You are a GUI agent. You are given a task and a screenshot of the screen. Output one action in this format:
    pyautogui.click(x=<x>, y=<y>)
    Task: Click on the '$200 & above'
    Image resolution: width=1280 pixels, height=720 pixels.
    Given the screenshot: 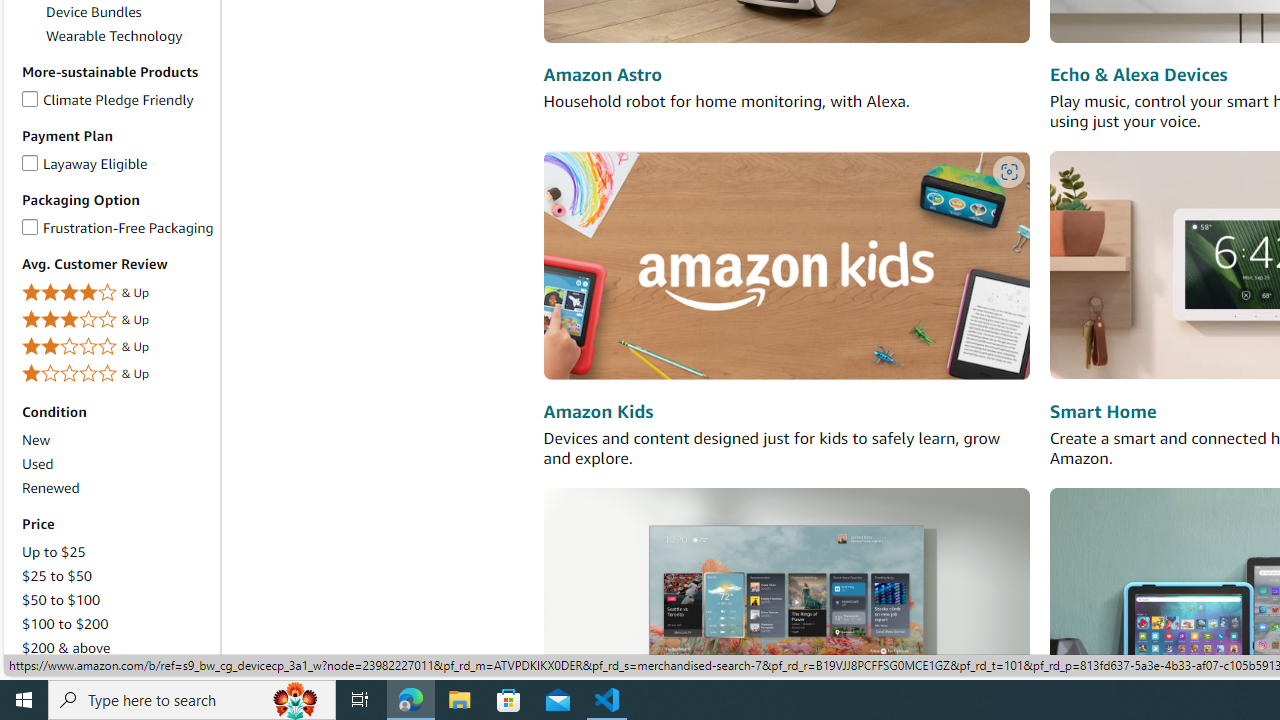 What is the action you would take?
    pyautogui.click(x=116, y=648)
    